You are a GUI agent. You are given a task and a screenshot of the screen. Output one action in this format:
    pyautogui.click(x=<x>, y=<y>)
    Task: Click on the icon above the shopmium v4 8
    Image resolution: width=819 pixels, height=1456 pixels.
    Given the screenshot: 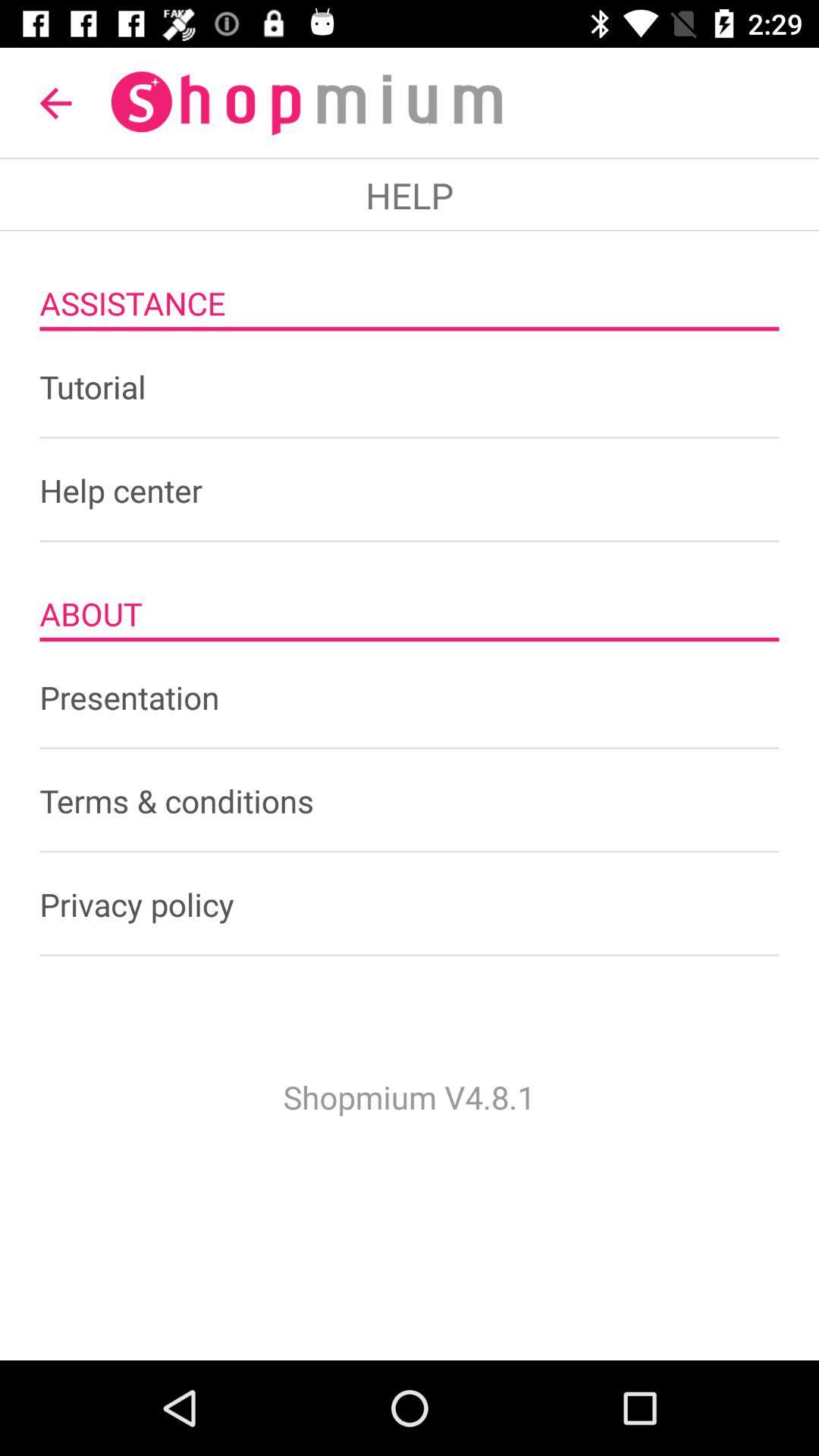 What is the action you would take?
    pyautogui.click(x=409, y=904)
    